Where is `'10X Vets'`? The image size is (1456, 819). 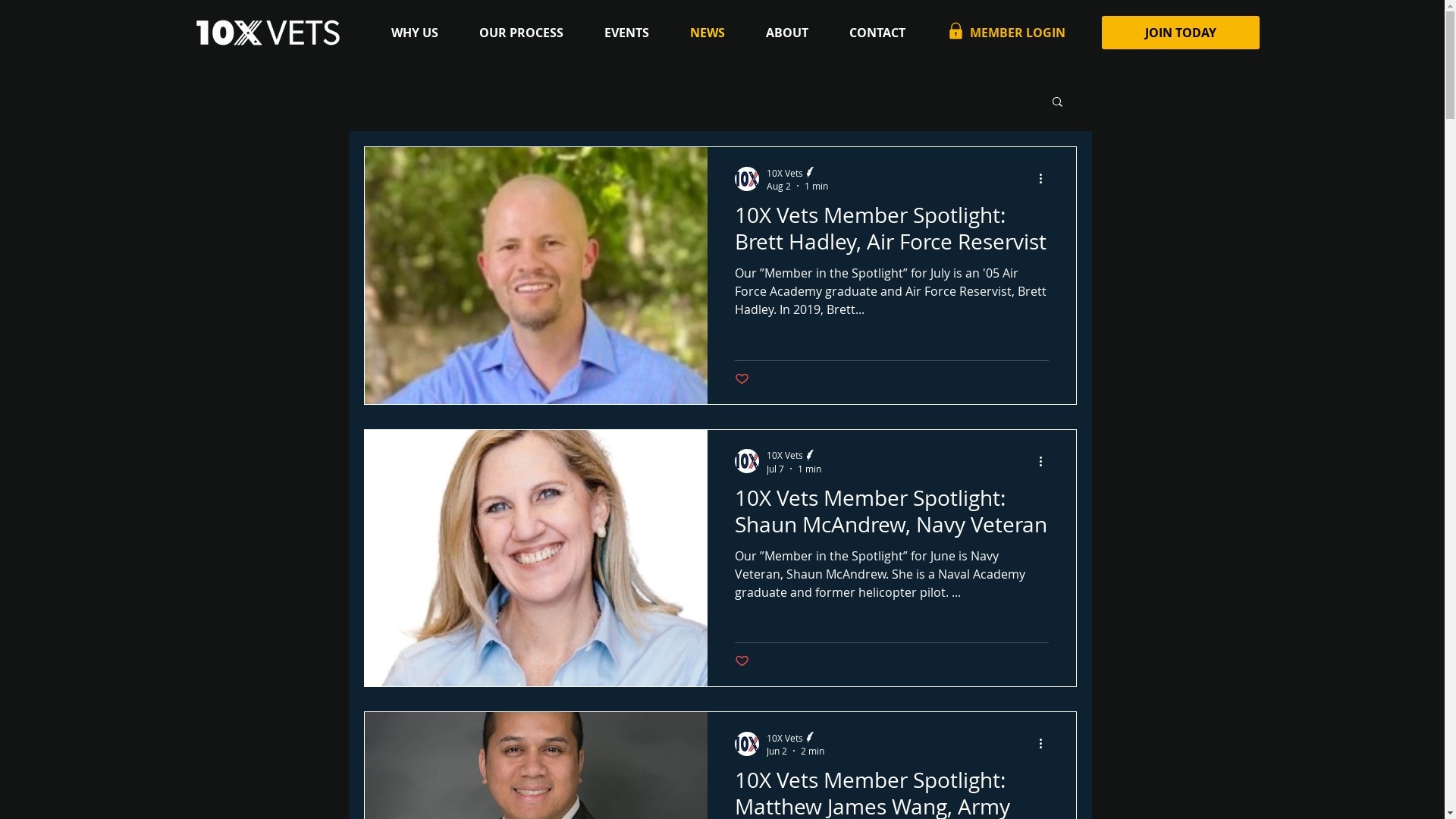 '10X Vets' is located at coordinates (792, 453).